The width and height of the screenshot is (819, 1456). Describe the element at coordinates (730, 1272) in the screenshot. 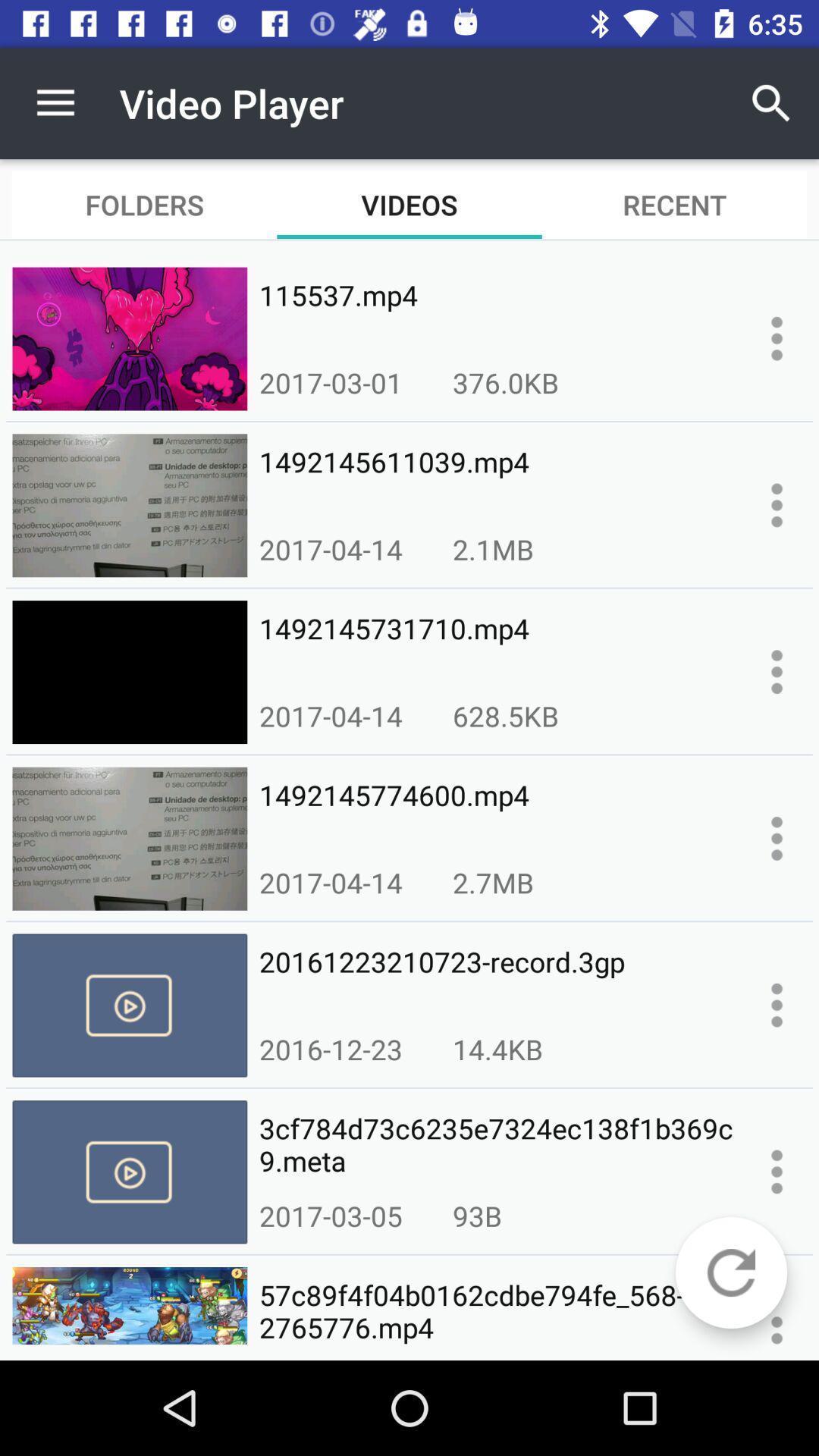

I see `refresh current page` at that location.